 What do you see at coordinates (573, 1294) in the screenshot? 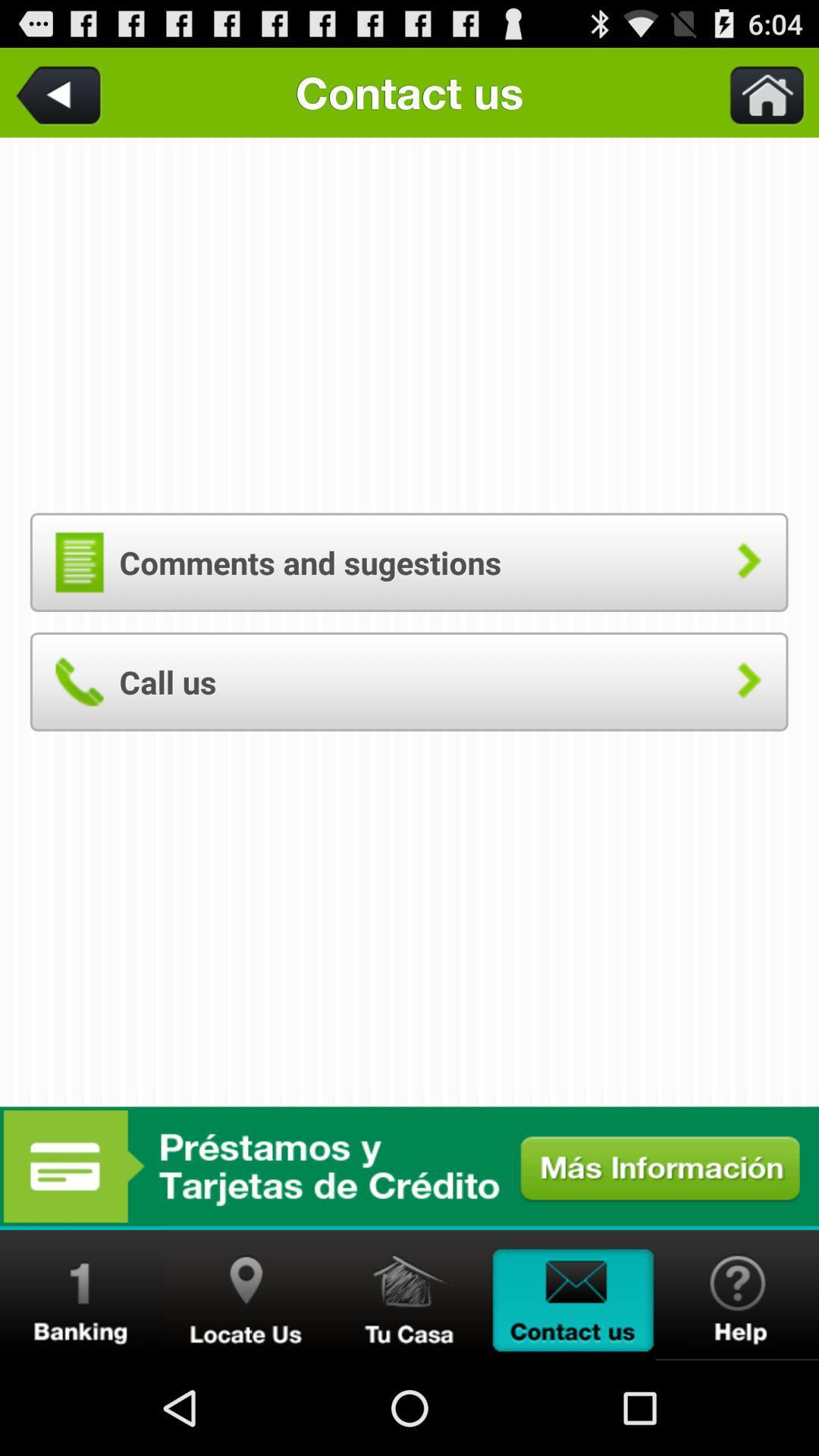
I see `contact us option` at bounding box center [573, 1294].